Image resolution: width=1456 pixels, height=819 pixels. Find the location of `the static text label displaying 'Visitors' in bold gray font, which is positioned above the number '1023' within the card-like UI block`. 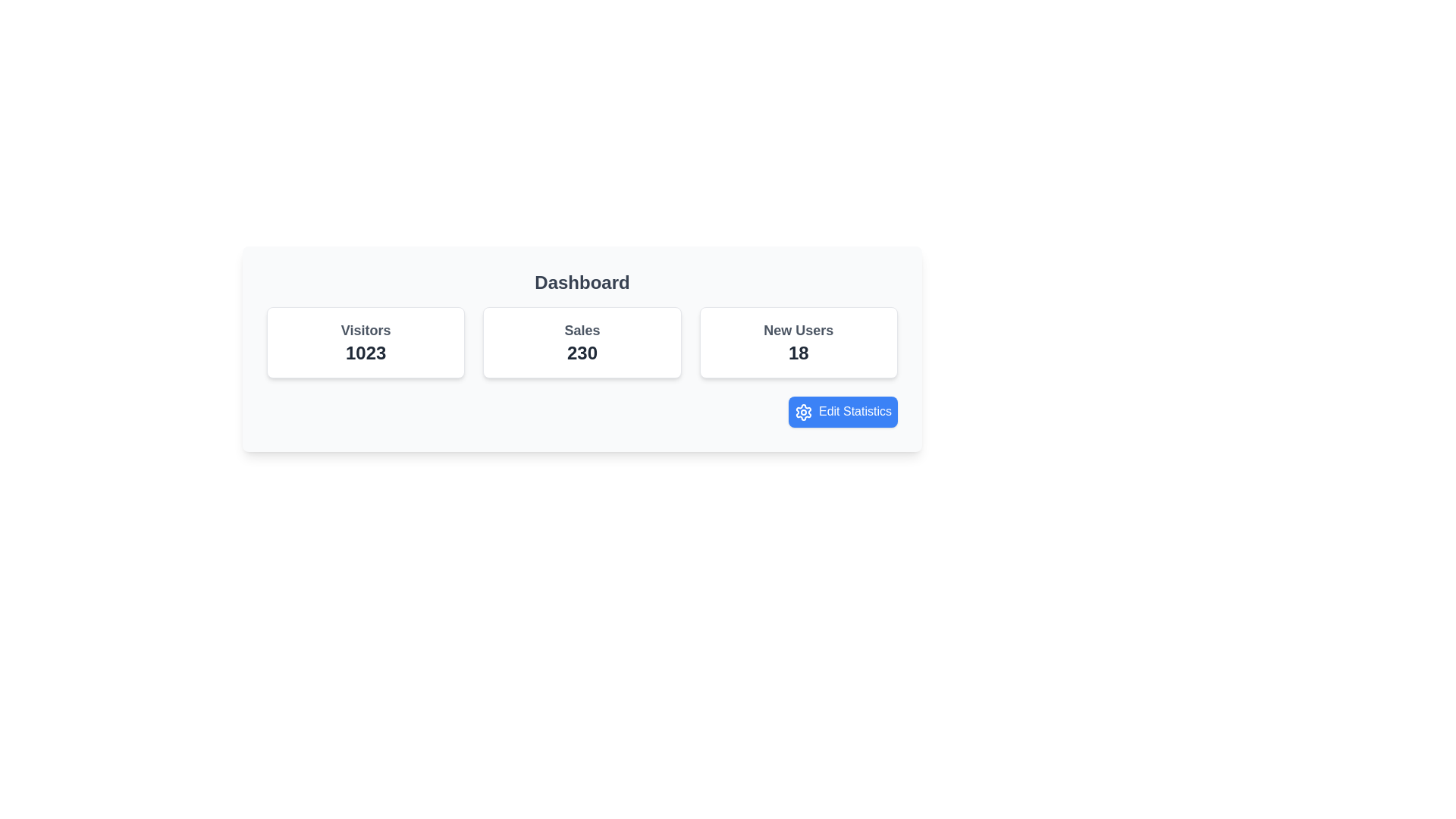

the static text label displaying 'Visitors' in bold gray font, which is positioned above the number '1023' within the card-like UI block is located at coordinates (366, 329).